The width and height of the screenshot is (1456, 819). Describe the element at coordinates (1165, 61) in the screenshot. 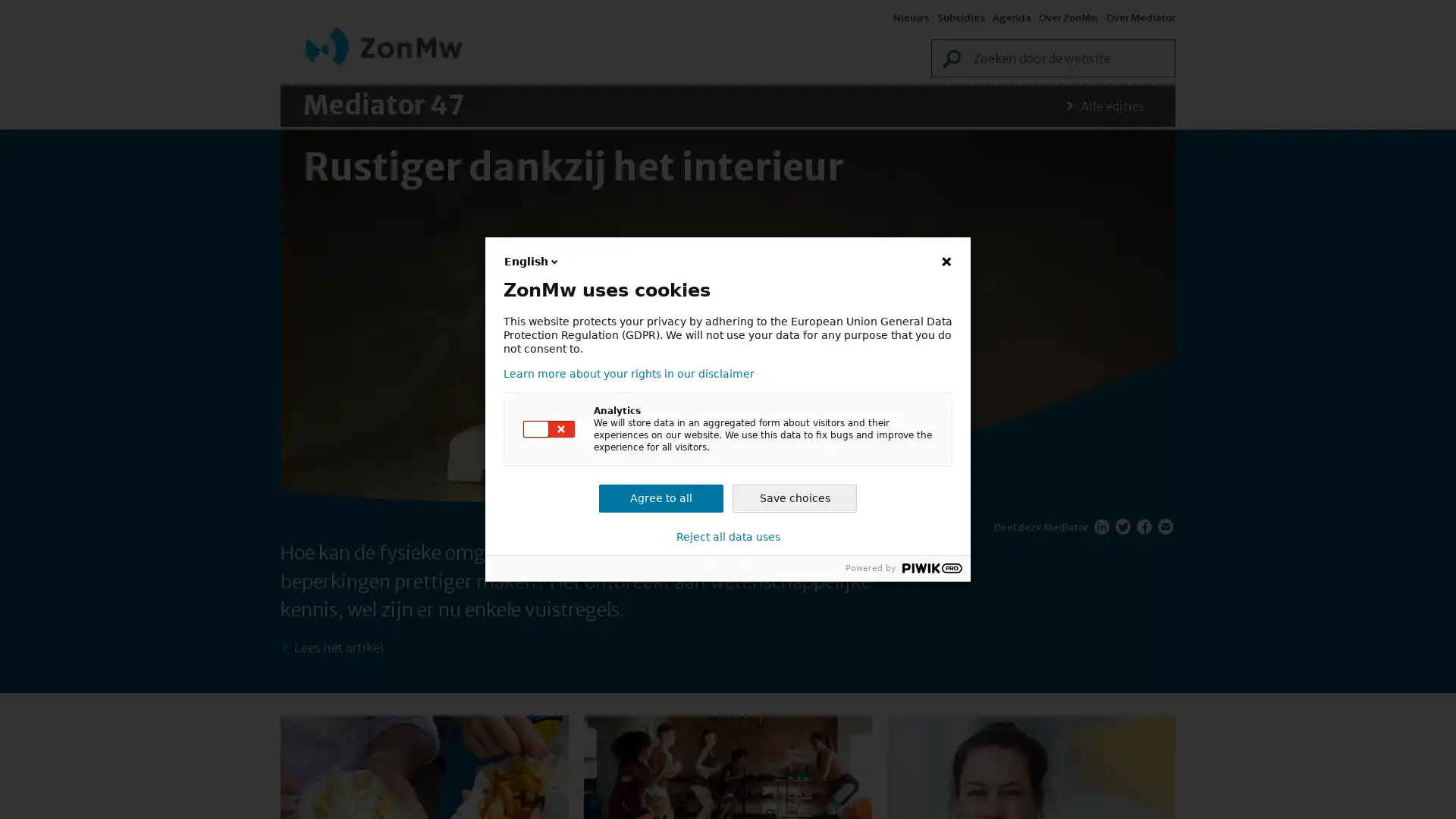

I see `Zoek` at that location.